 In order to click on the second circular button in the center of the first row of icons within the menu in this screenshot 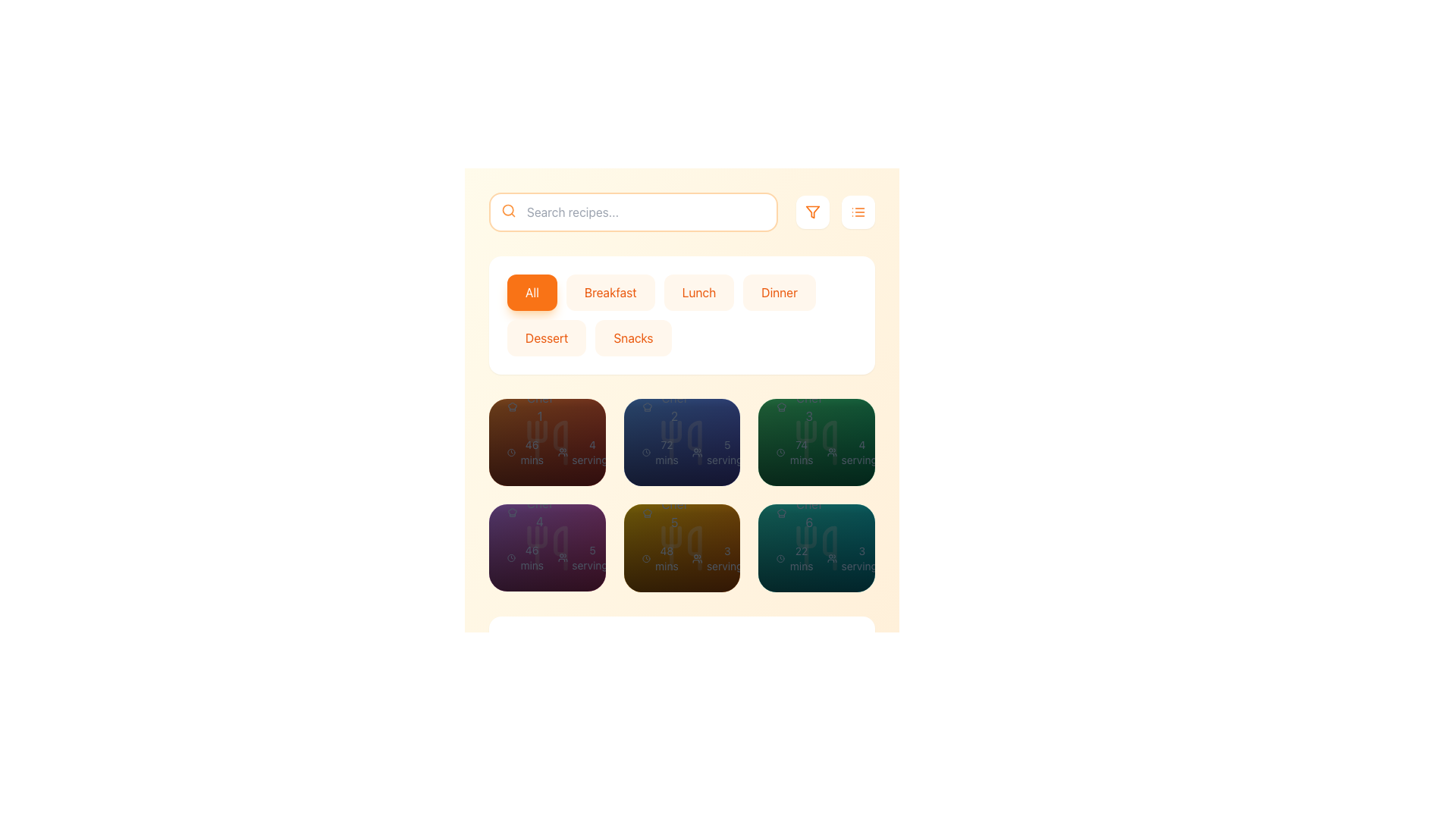, I will do `click(546, 442)`.